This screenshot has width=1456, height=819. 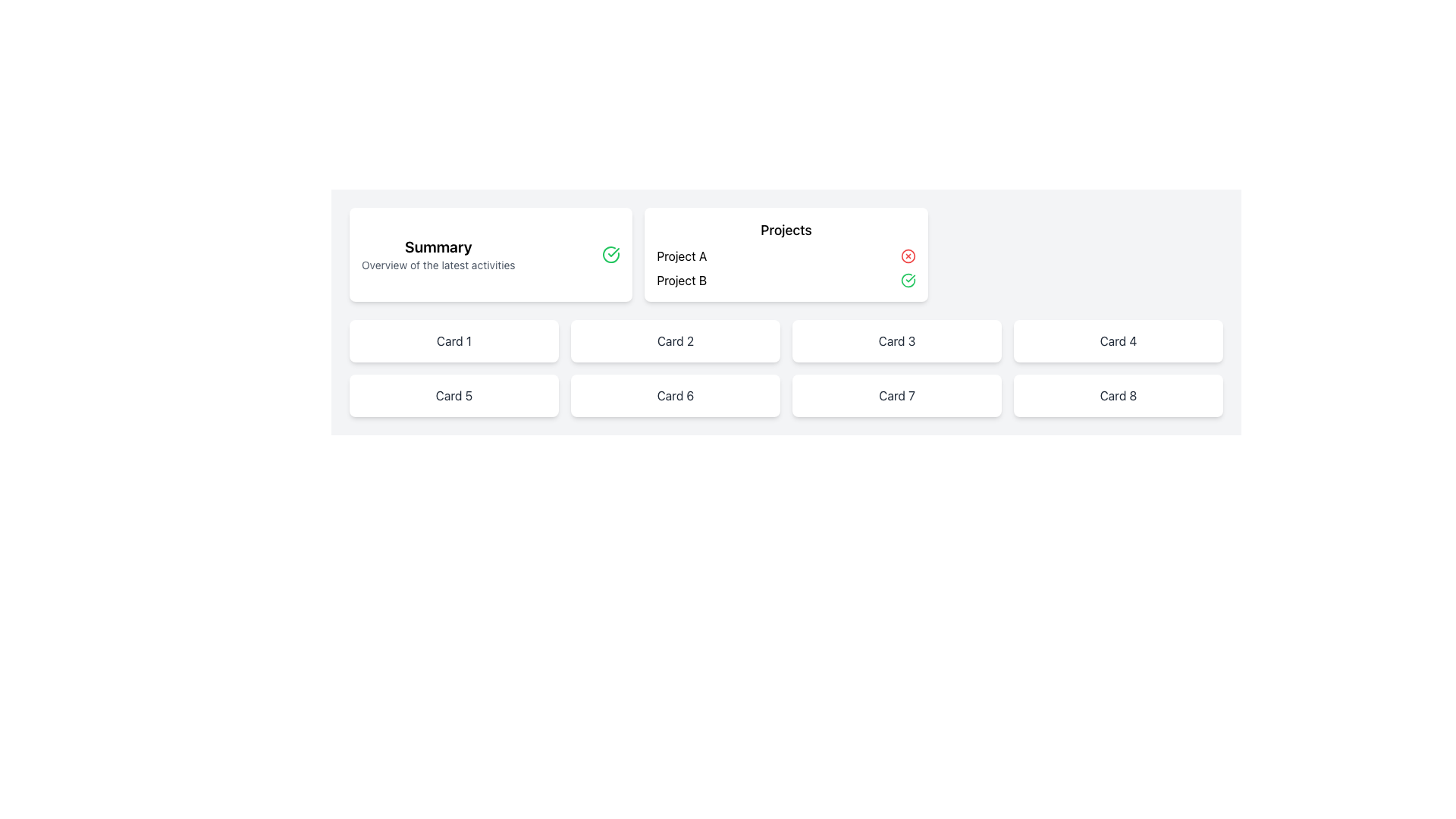 What do you see at coordinates (1118, 341) in the screenshot?
I see `the text label that reads 'Card 4', styled with a gray font and part of a card in an 8-card grid layout` at bounding box center [1118, 341].